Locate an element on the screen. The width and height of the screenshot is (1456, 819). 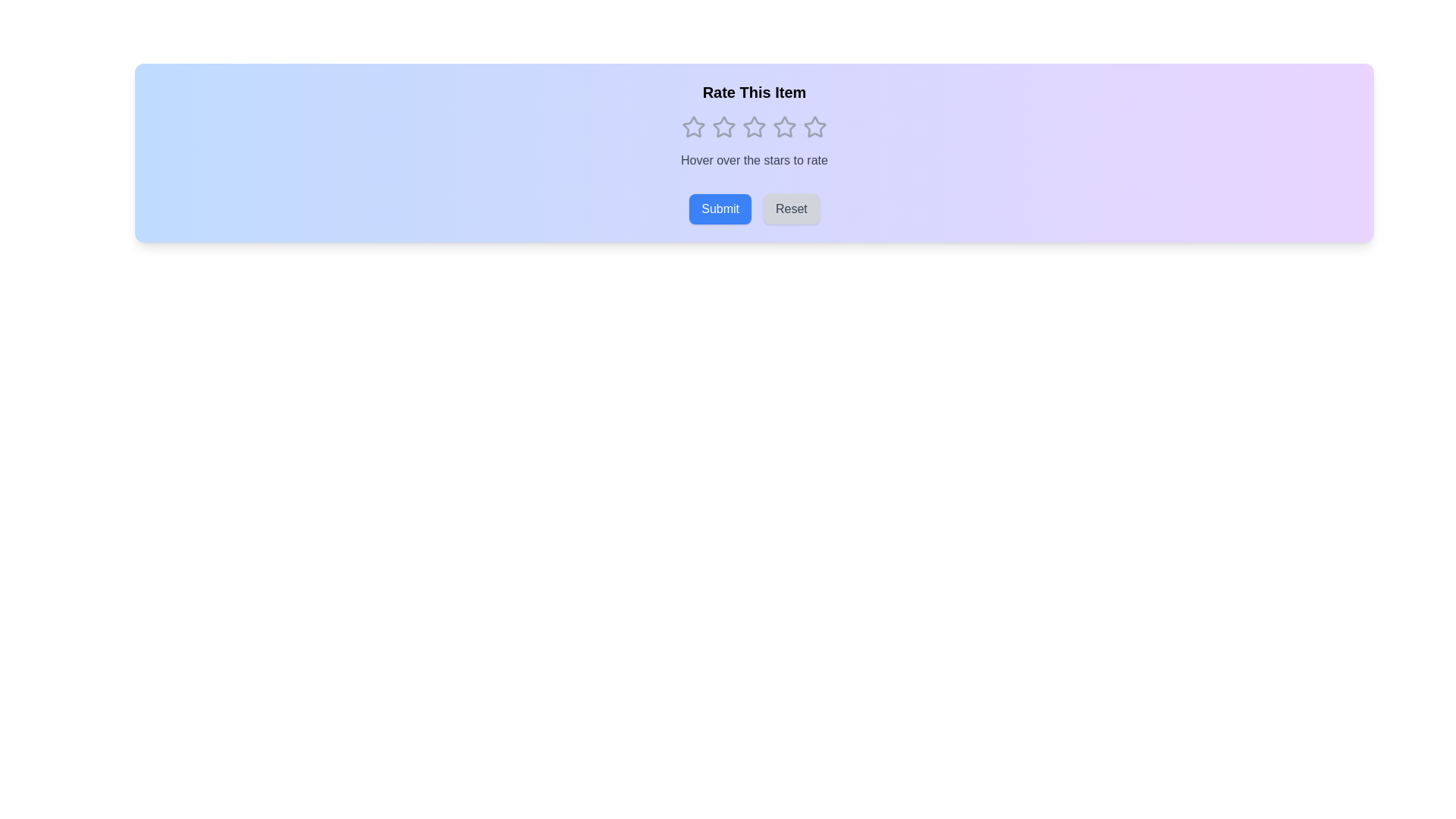
the text label that serves as a heading for the rating interface, positioned above the row of 5 star icons is located at coordinates (754, 93).